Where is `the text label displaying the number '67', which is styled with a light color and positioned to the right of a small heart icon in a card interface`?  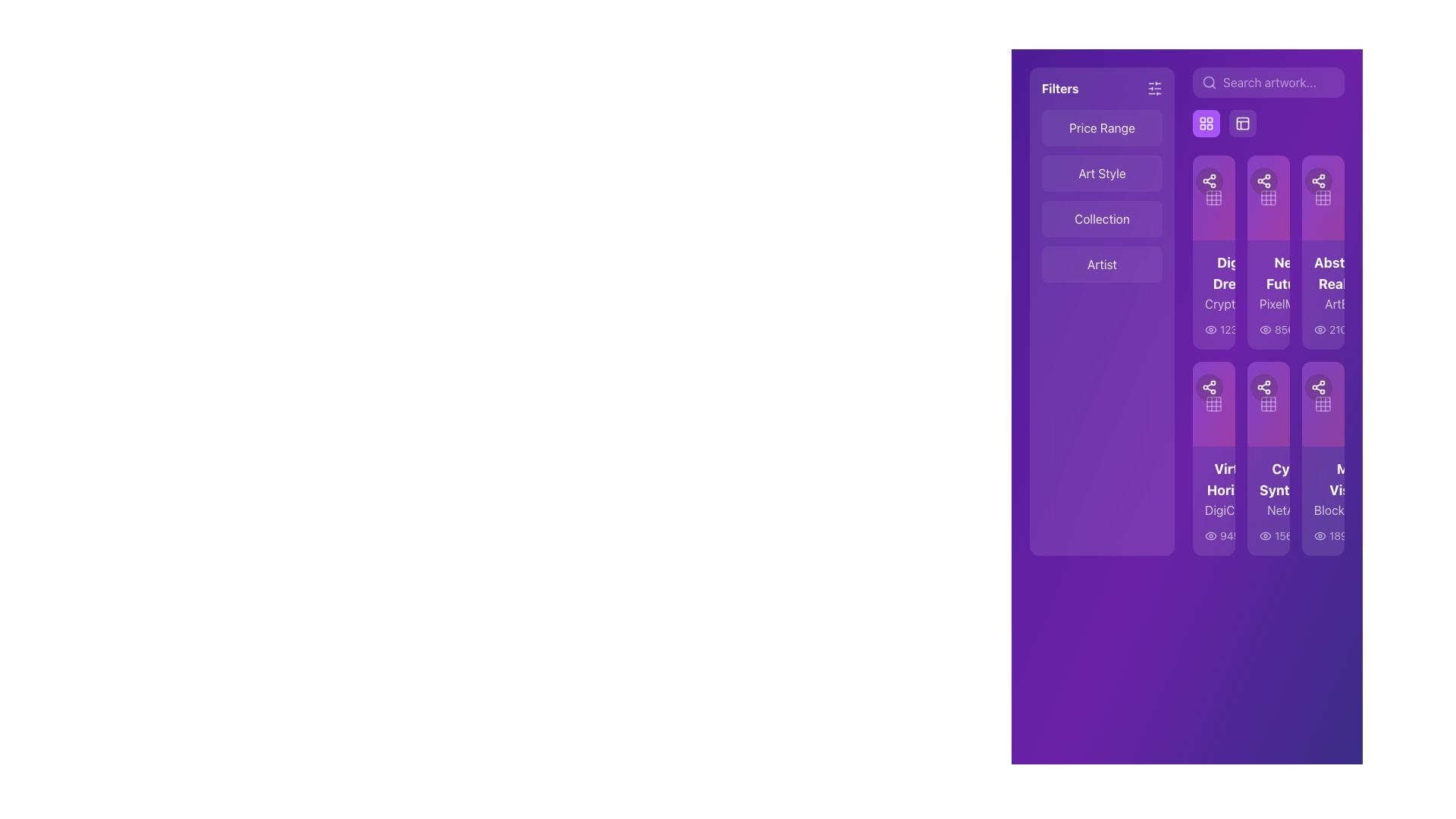
the text label displaying the number '67', which is styled with a light color and positioned to the right of a small heart icon in a card interface is located at coordinates (1315, 329).